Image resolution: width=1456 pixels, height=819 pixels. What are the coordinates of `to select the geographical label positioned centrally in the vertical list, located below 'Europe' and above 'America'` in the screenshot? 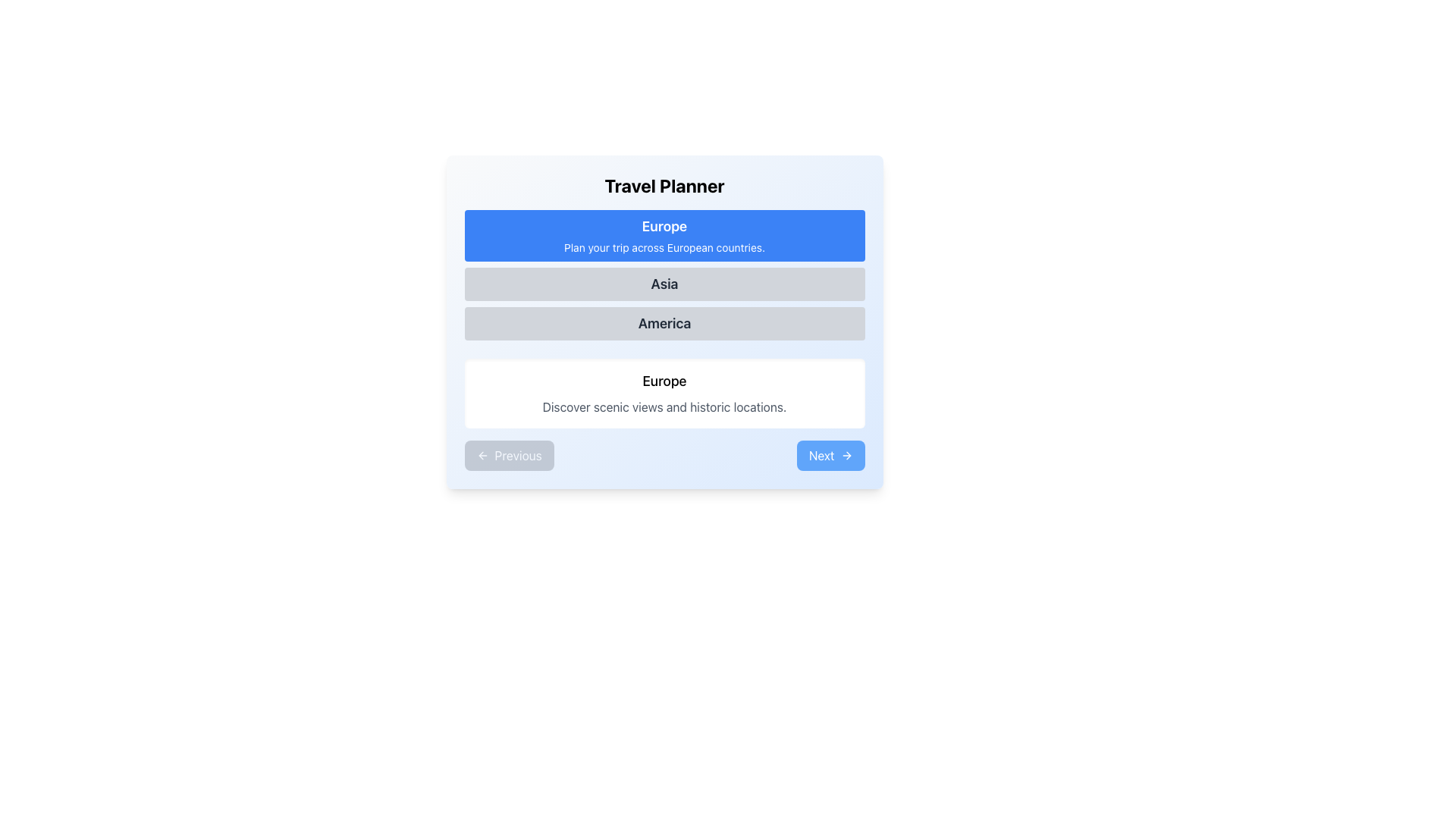 It's located at (664, 284).